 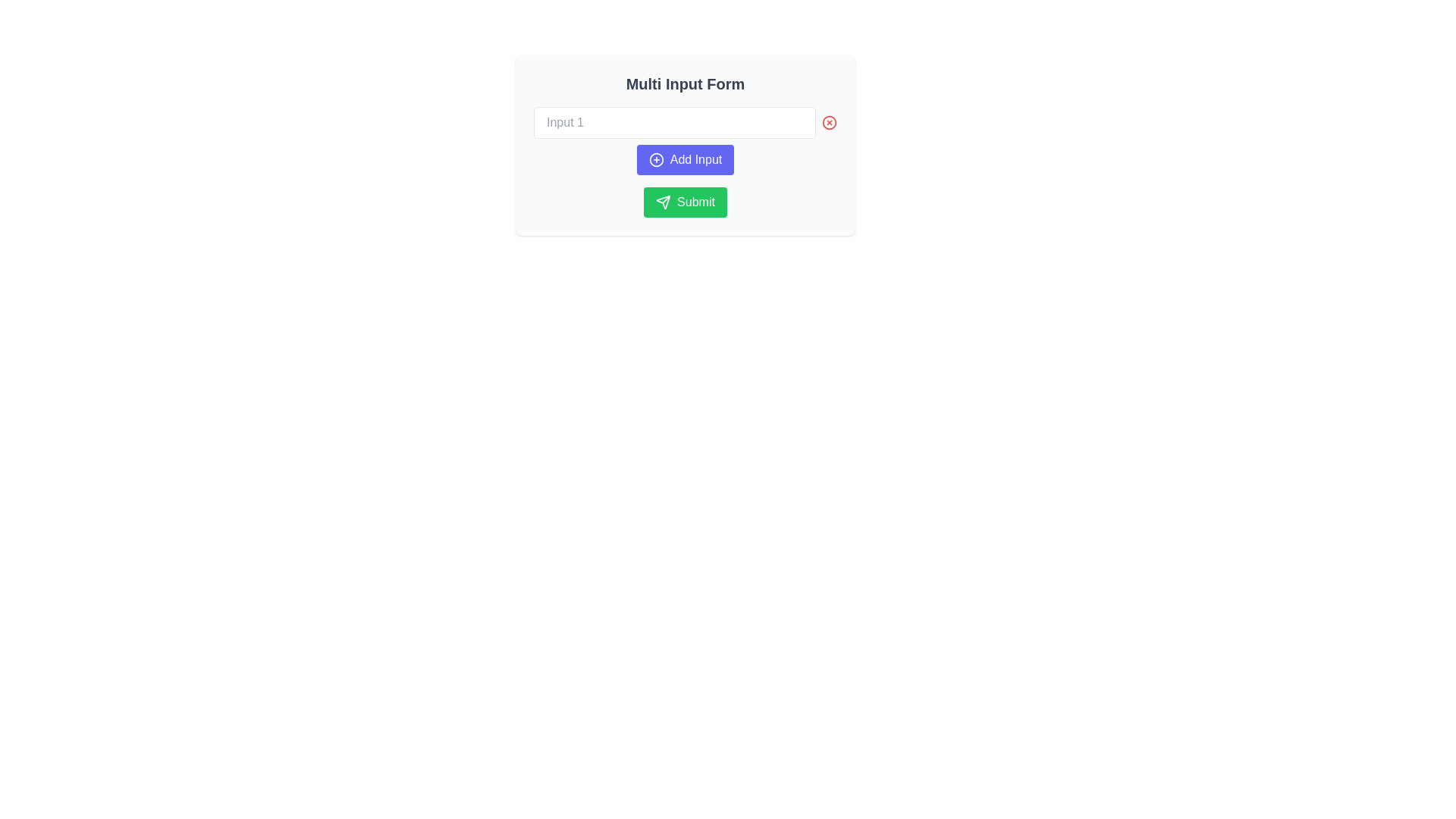 What do you see at coordinates (664, 201) in the screenshot?
I see `the 'Submit' button, which features a paper plane icon on the left side of the button label` at bounding box center [664, 201].